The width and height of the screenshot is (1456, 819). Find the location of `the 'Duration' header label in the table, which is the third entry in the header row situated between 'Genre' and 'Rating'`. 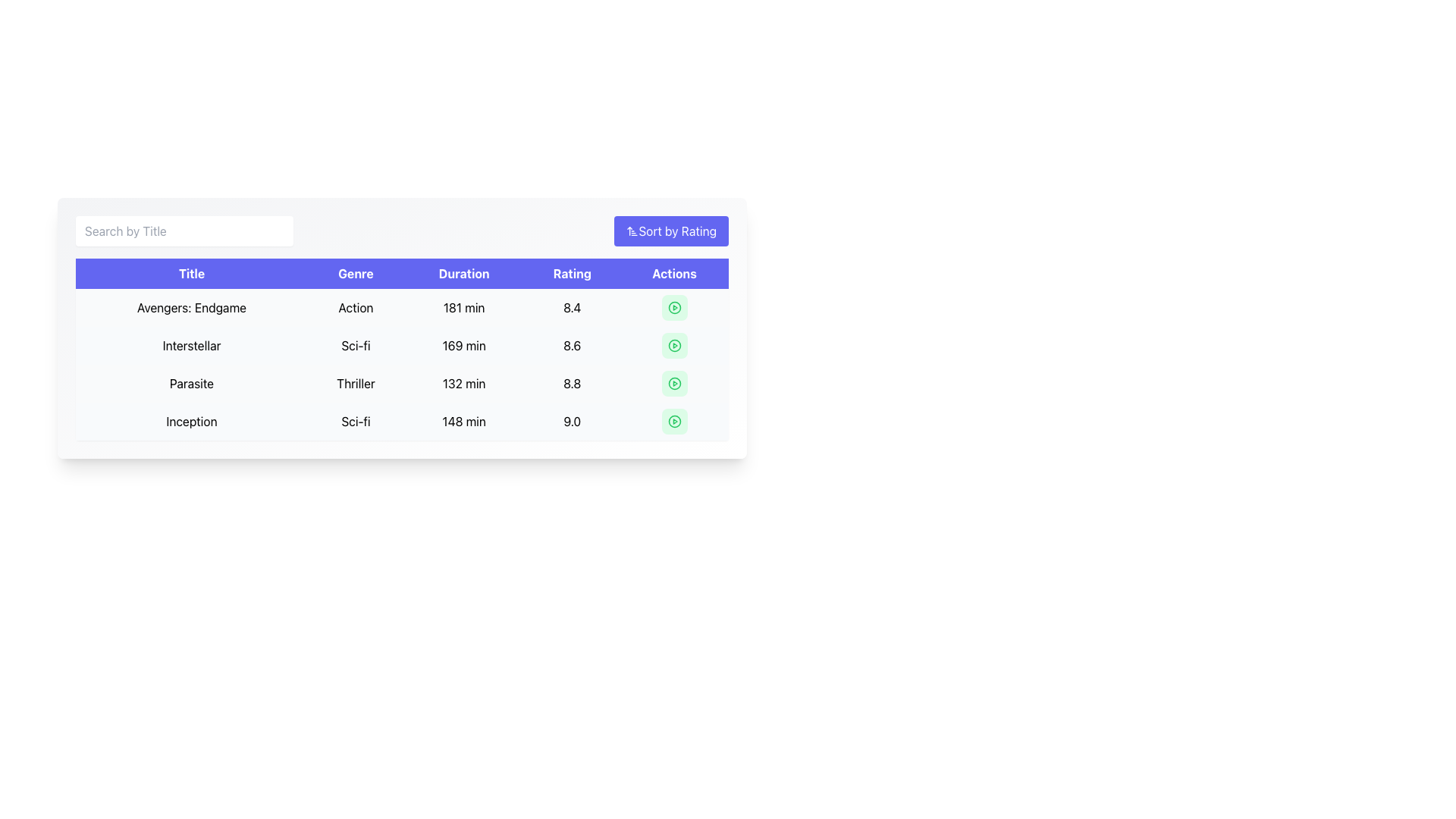

the 'Duration' header label in the table, which is the third entry in the header row situated between 'Genre' and 'Rating' is located at coordinates (463, 274).